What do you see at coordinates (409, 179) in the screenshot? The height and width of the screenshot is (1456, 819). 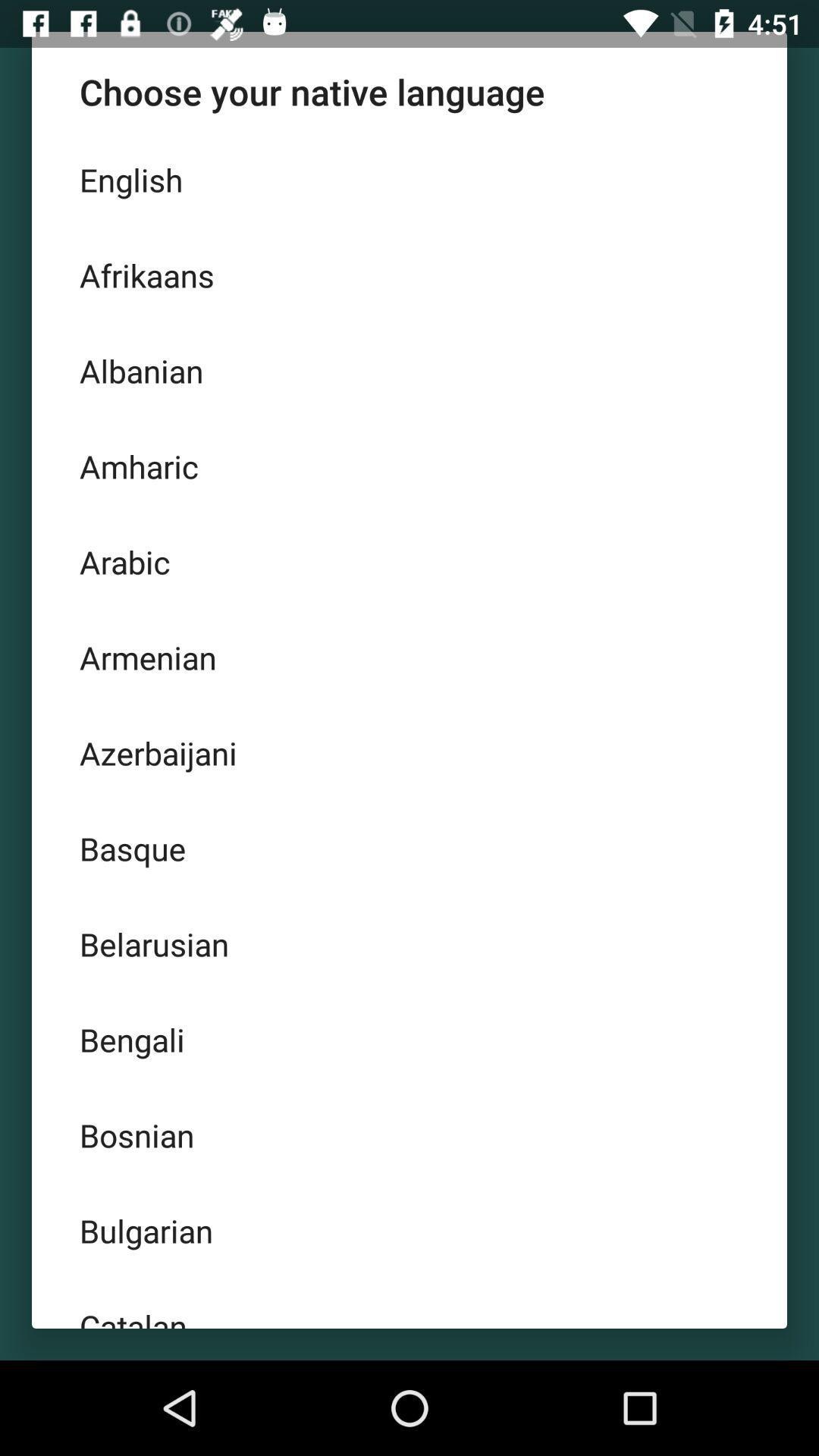 I see `english item` at bounding box center [409, 179].